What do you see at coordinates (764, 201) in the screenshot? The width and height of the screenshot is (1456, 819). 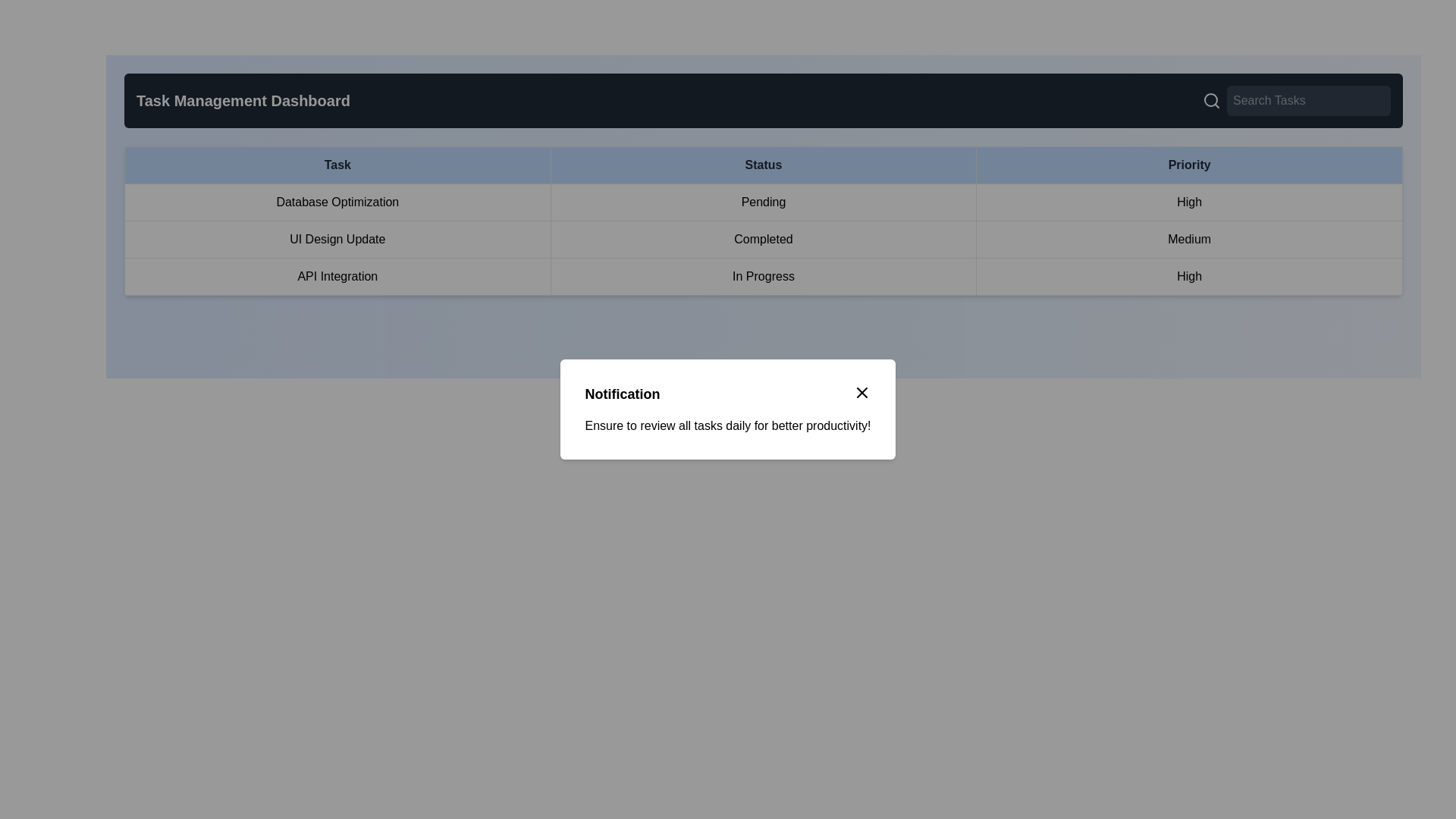 I see `the non-interactive text label indicating the status of the task 'Database Optimization' in the Task Management Dashboard interface` at bounding box center [764, 201].